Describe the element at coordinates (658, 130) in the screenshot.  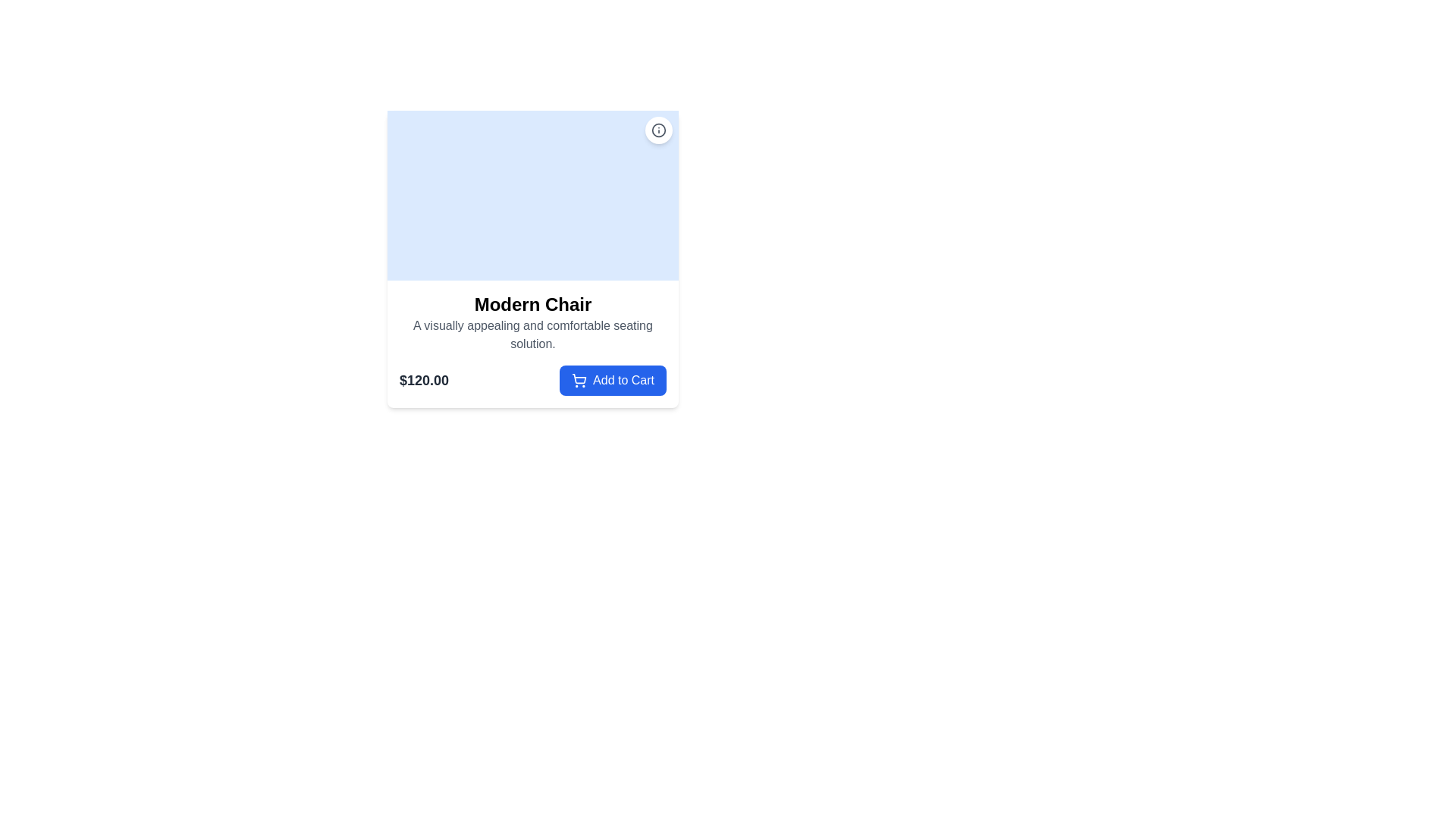
I see `the interactive informational icon located at the top-right corner of the card with a light blue background` at that location.